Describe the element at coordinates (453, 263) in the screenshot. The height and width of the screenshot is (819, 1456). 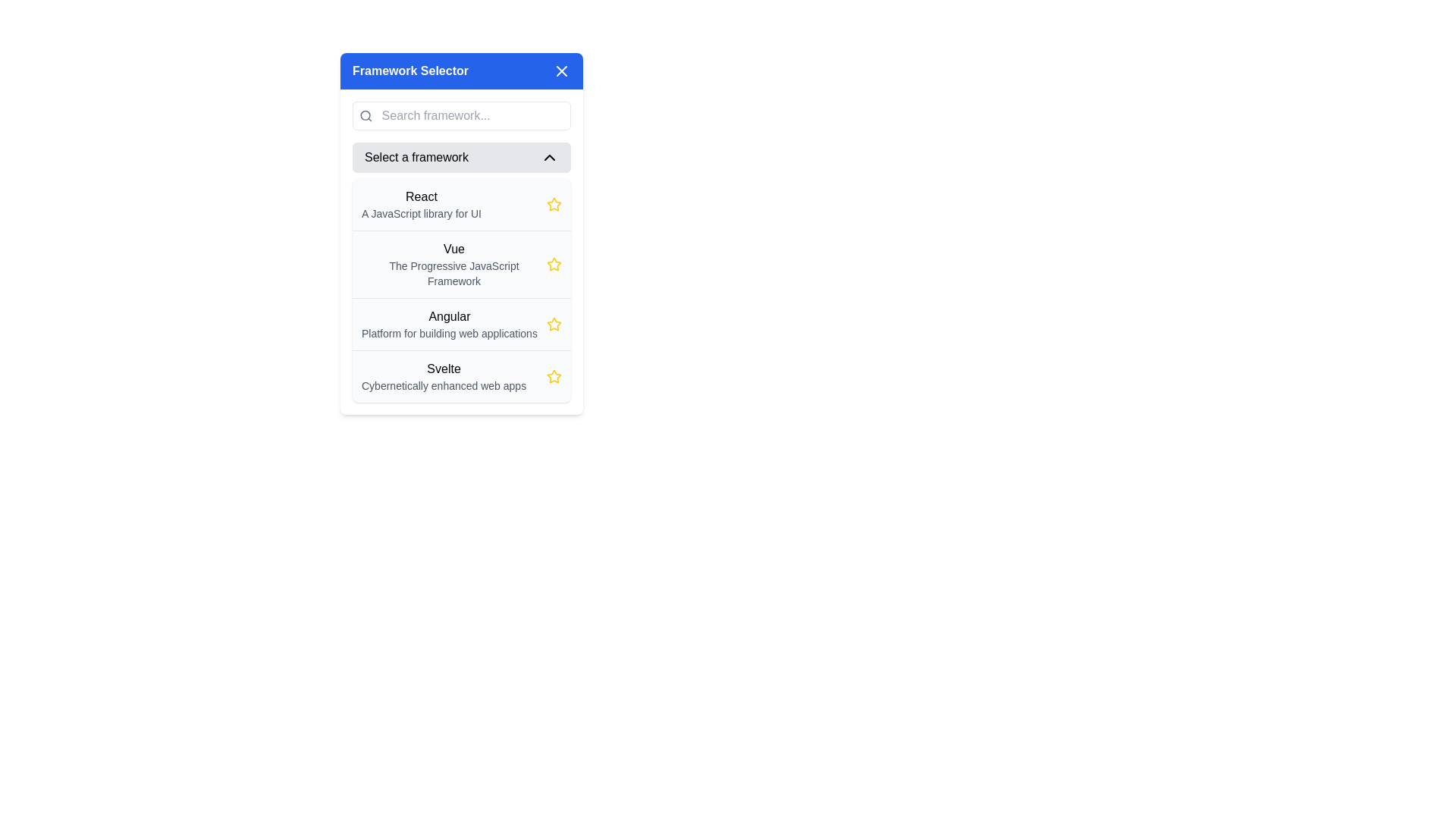
I see `the text label displaying 'Vue'` at that location.